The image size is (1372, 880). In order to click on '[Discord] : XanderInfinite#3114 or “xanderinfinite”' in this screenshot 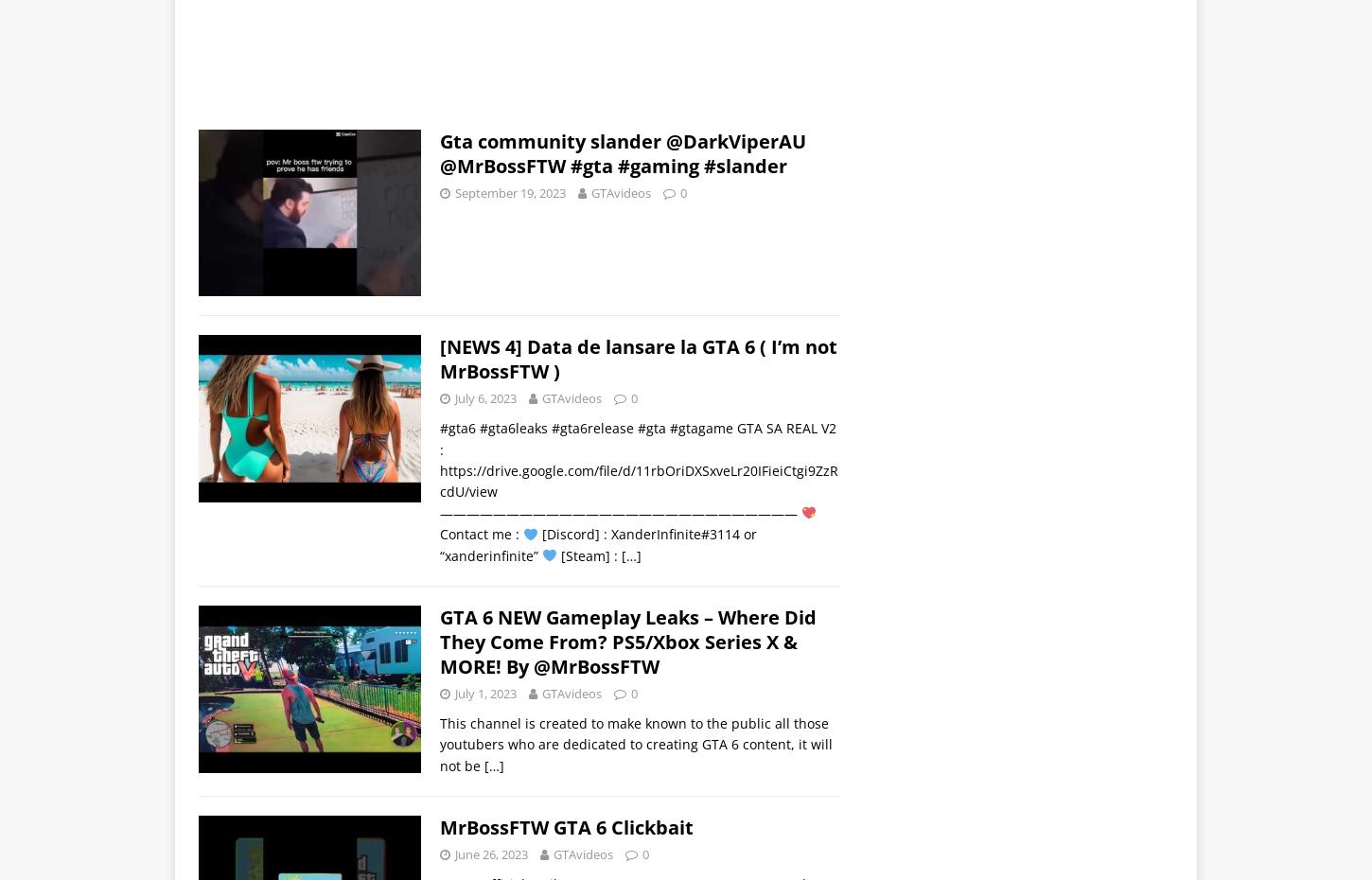, I will do `click(597, 544)`.